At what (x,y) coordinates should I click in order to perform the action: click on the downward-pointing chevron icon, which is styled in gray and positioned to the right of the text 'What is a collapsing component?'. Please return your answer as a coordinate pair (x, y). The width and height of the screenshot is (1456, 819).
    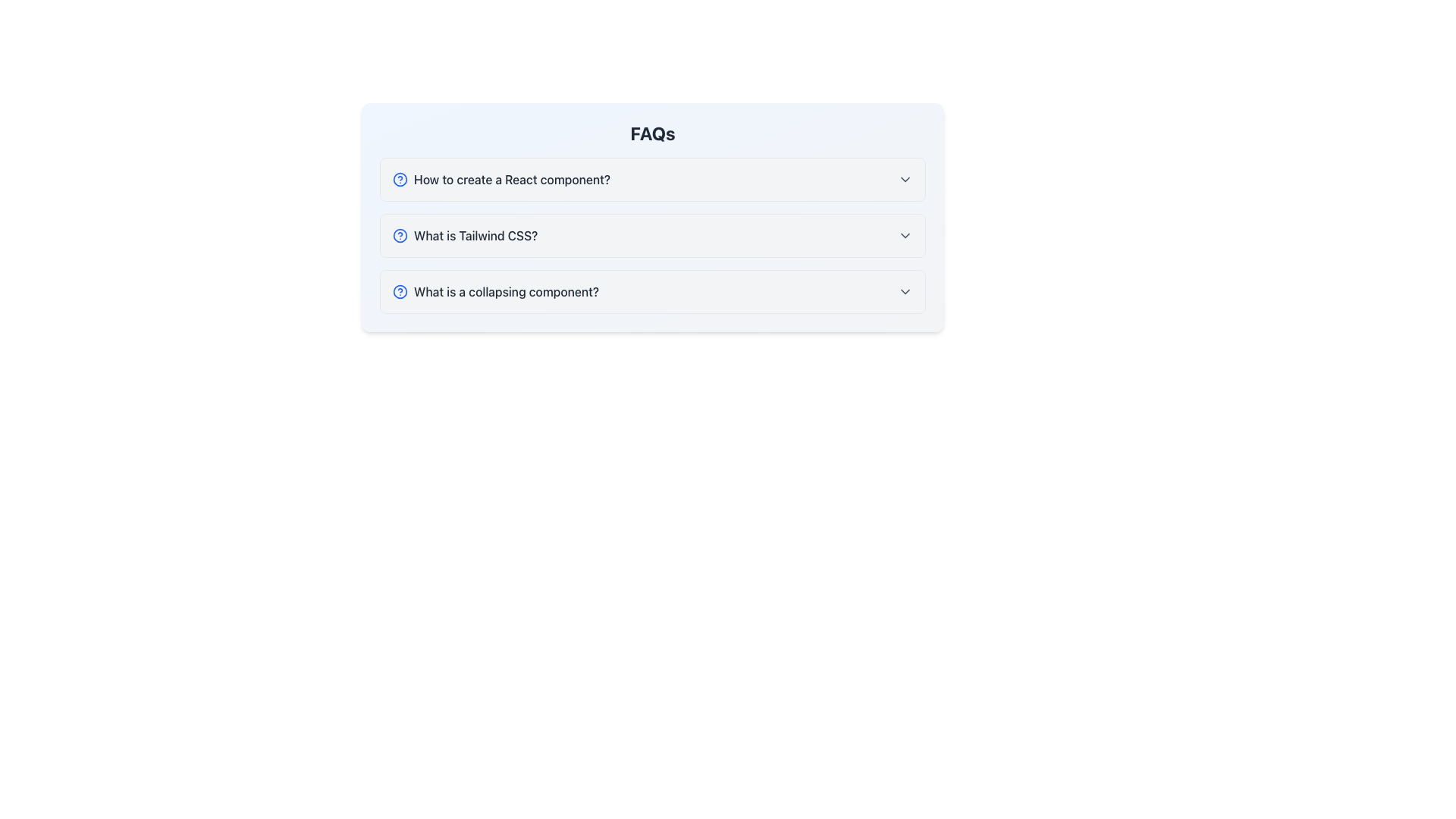
    Looking at the image, I should click on (905, 292).